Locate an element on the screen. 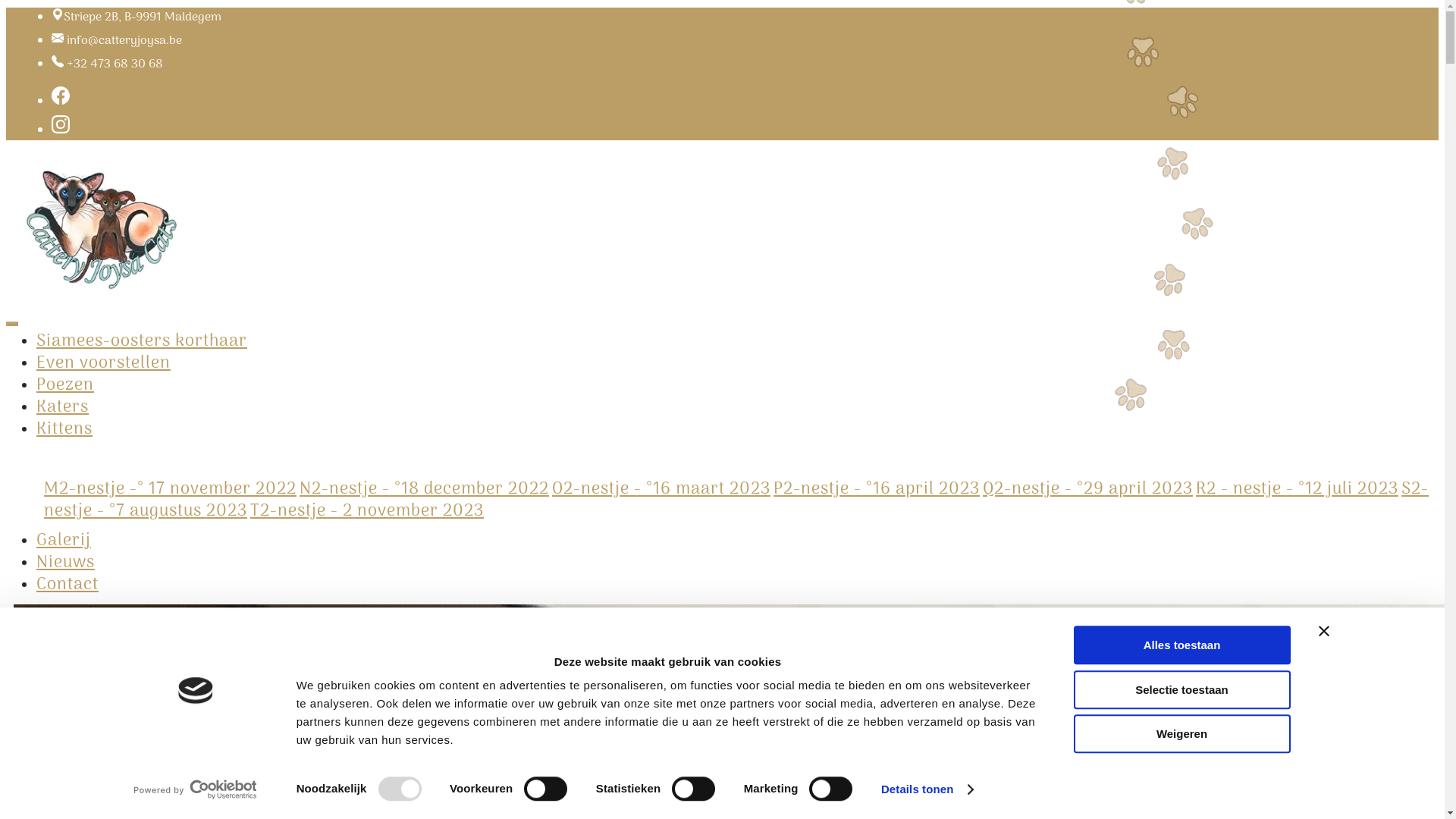 The width and height of the screenshot is (1456, 819). 'Siamees-oosters korthaar' is located at coordinates (142, 341).